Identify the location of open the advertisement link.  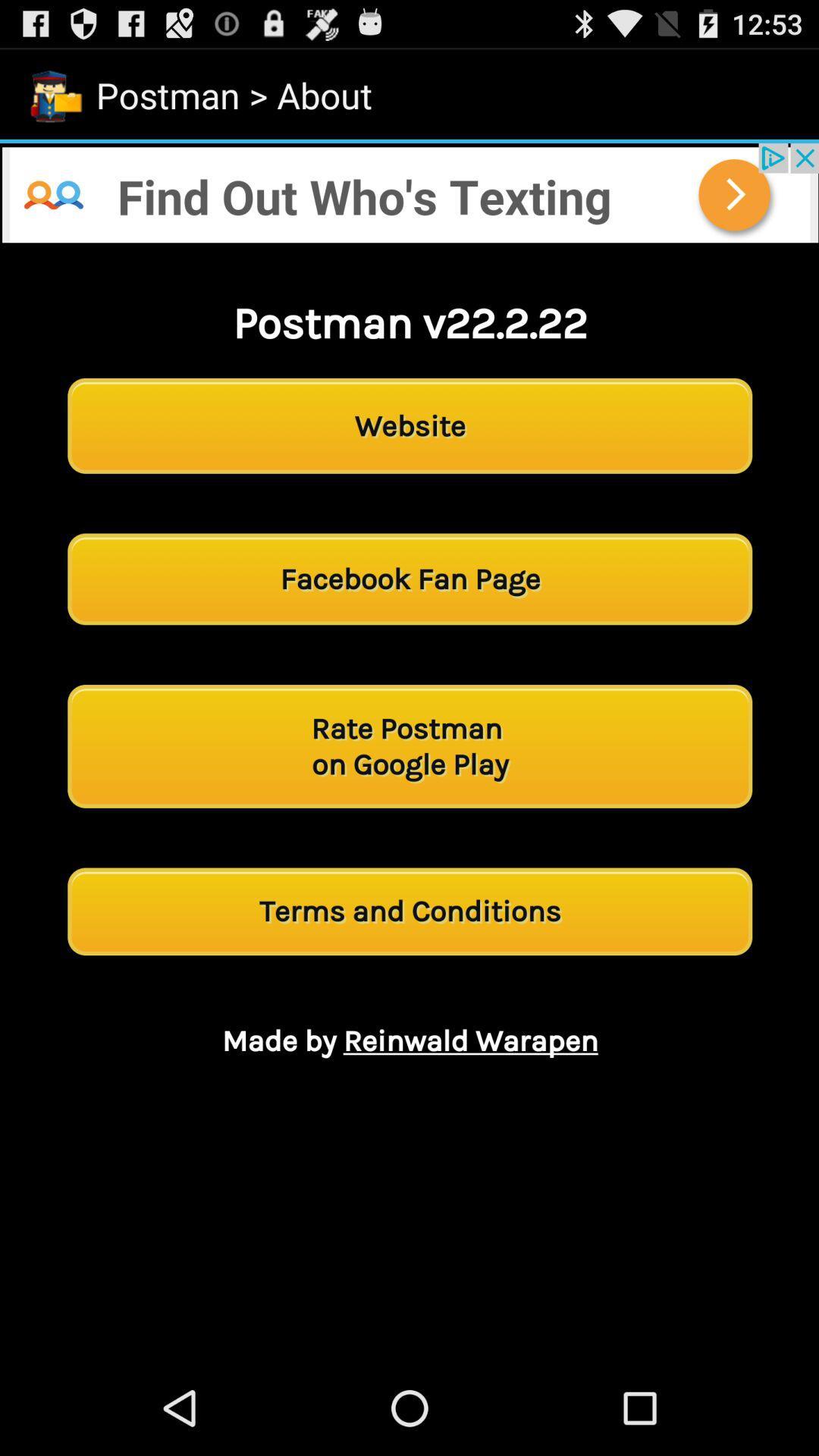
(409, 192).